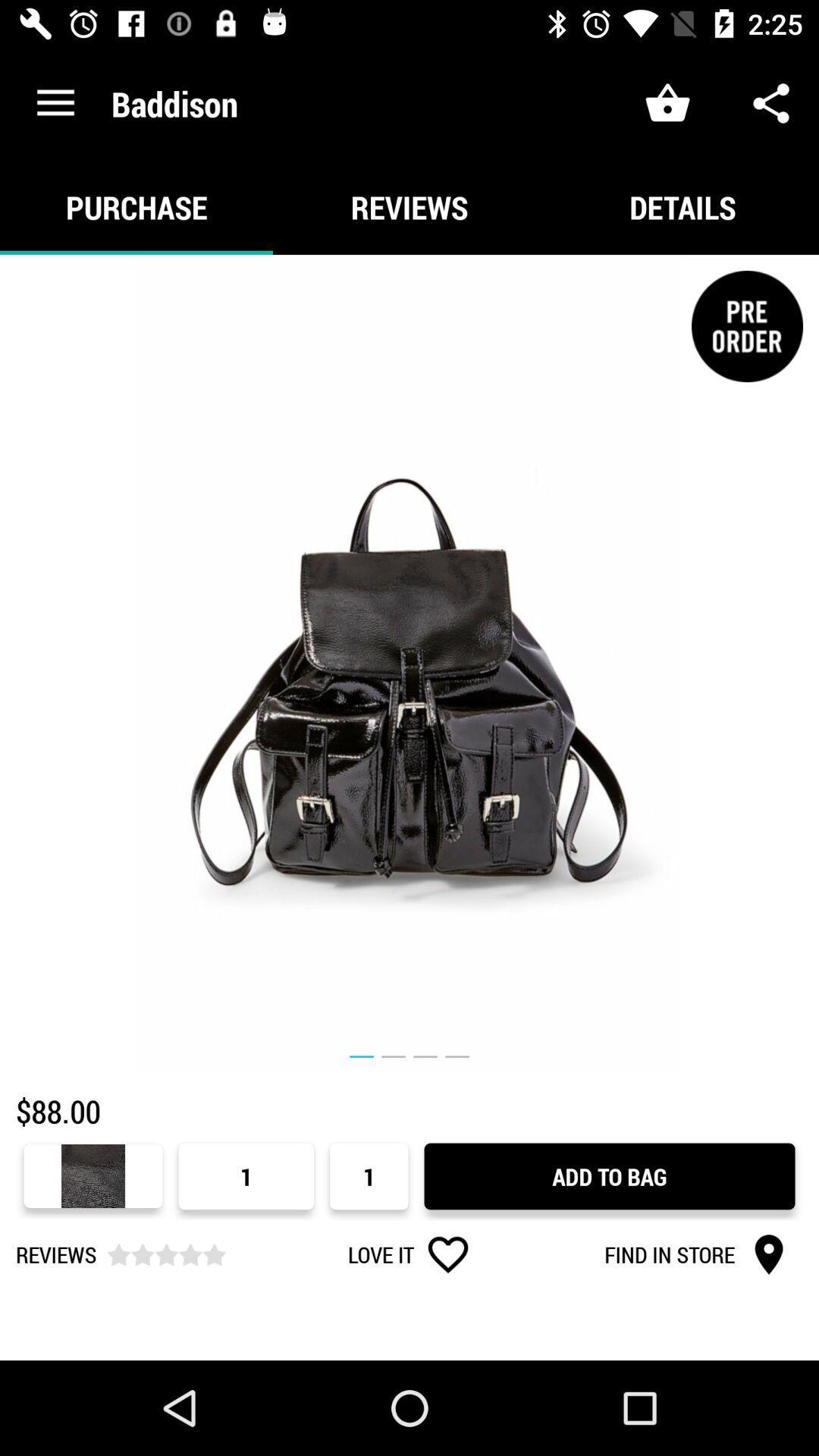 The height and width of the screenshot is (1456, 819). I want to click on image, so click(409, 664).